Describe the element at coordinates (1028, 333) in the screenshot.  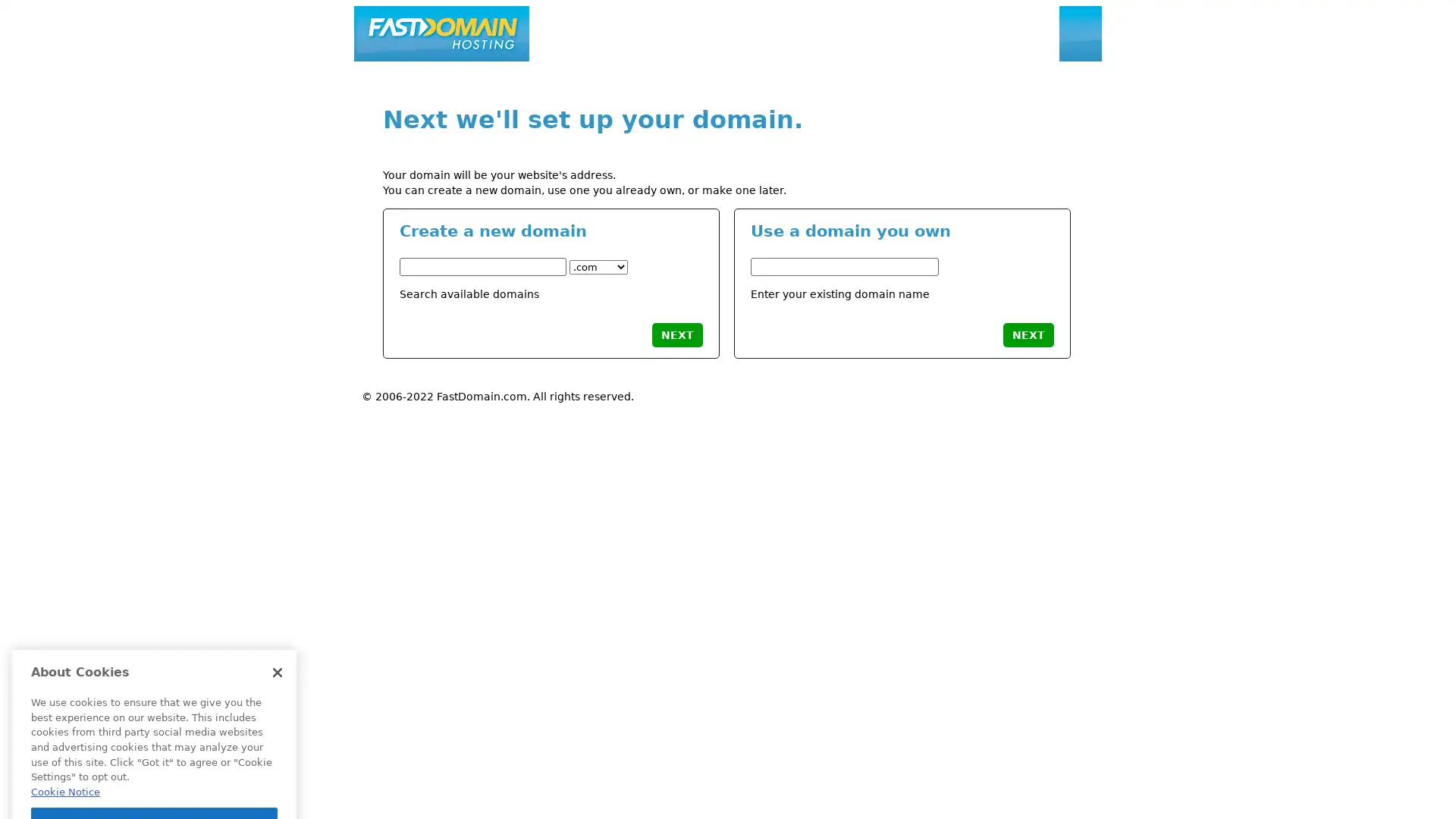
I see `Next` at that location.